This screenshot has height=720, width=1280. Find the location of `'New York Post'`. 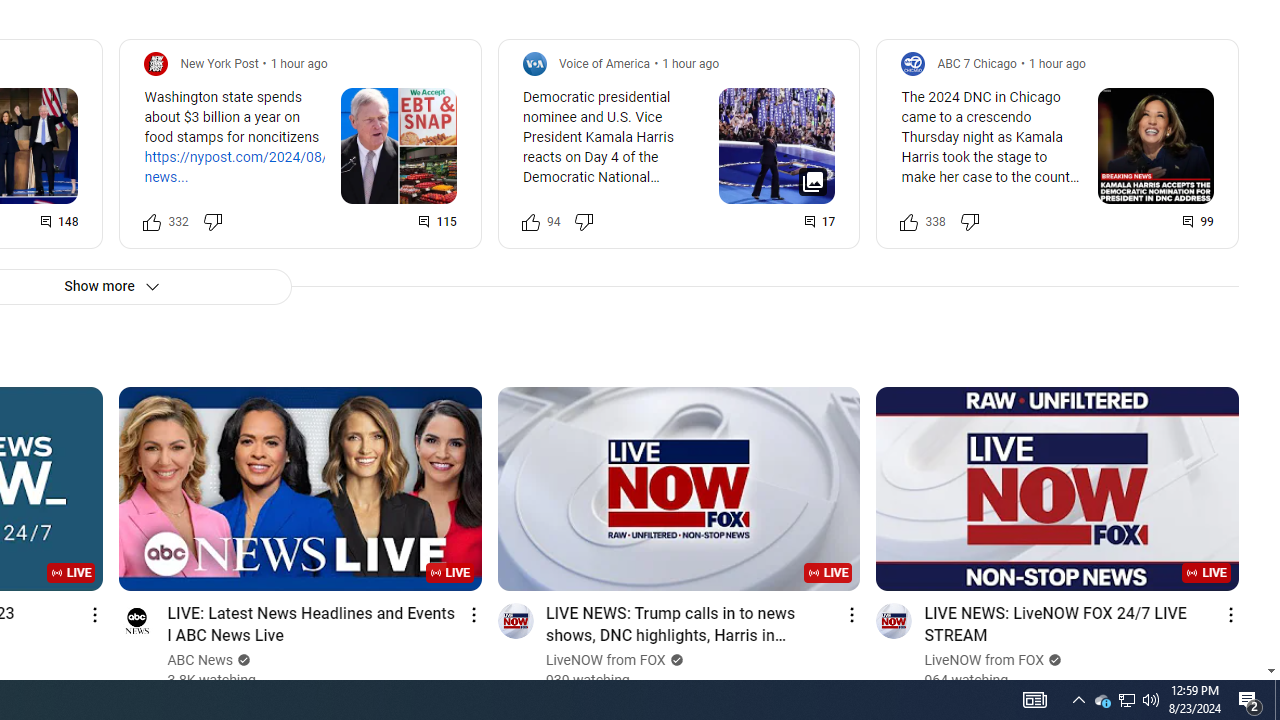

'New York Post' is located at coordinates (219, 62).